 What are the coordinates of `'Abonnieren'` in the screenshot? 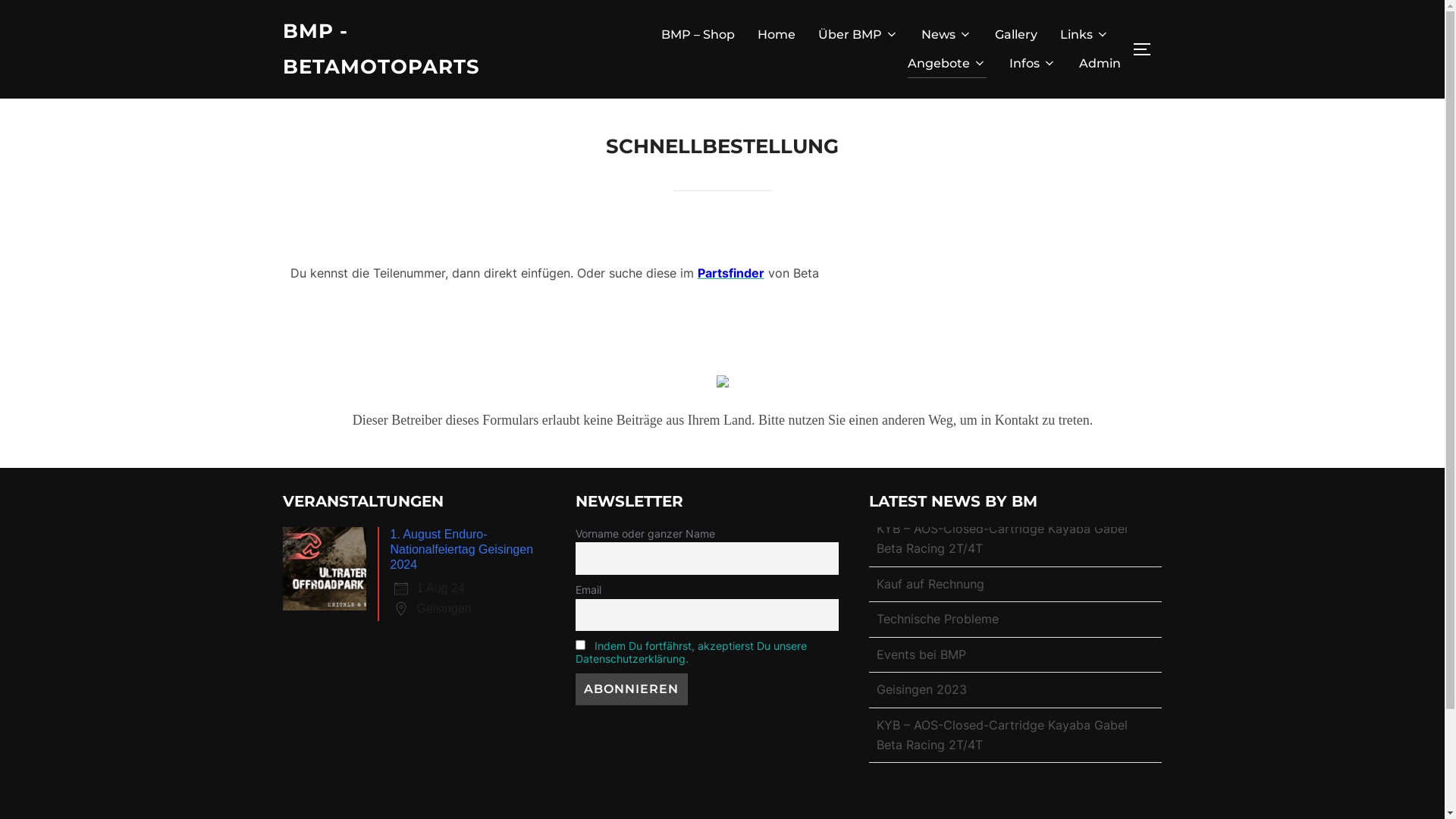 It's located at (631, 689).